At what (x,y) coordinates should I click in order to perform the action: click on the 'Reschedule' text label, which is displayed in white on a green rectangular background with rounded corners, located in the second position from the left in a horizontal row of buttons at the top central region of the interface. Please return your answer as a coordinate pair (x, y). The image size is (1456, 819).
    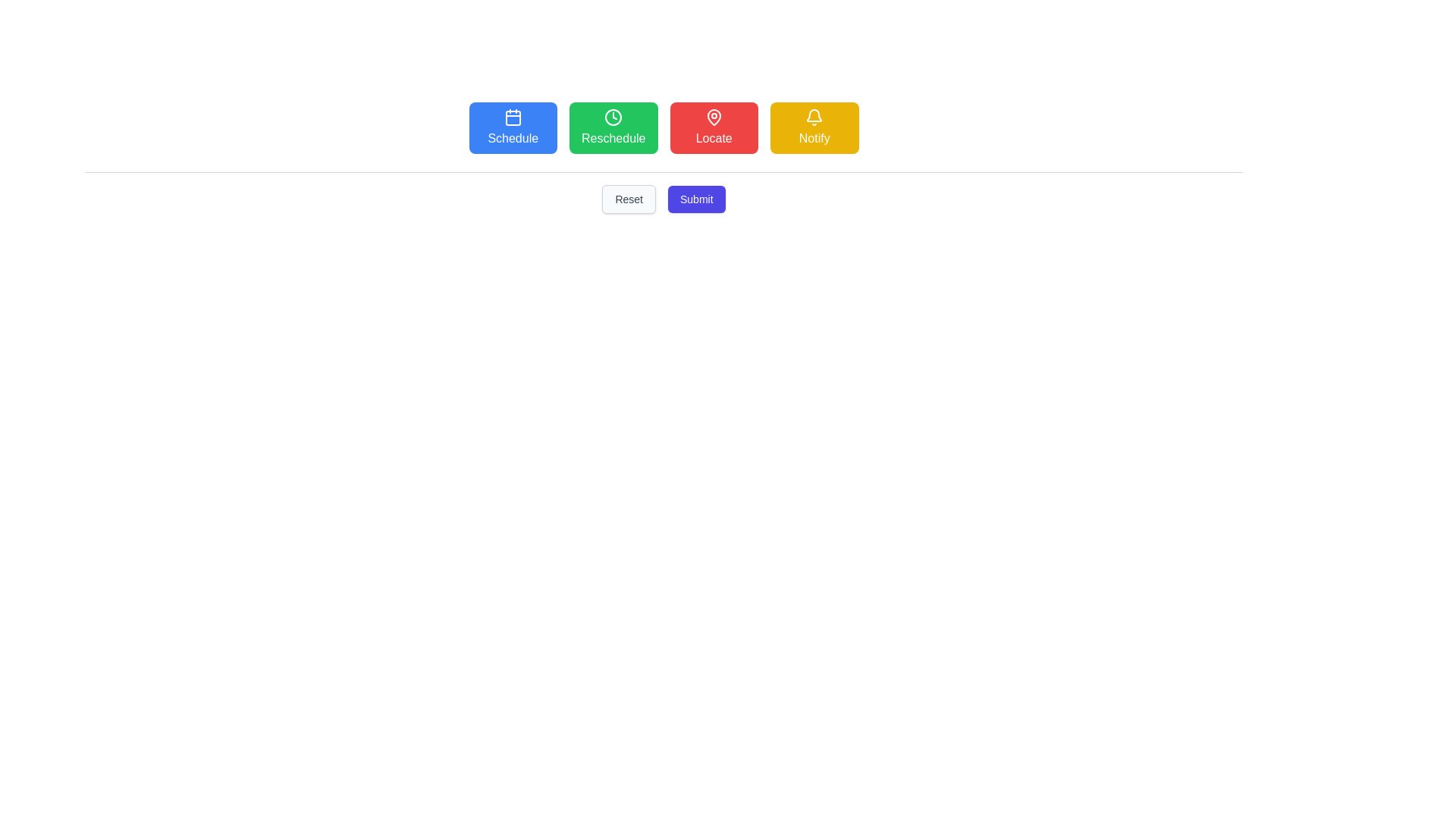
    Looking at the image, I should click on (613, 138).